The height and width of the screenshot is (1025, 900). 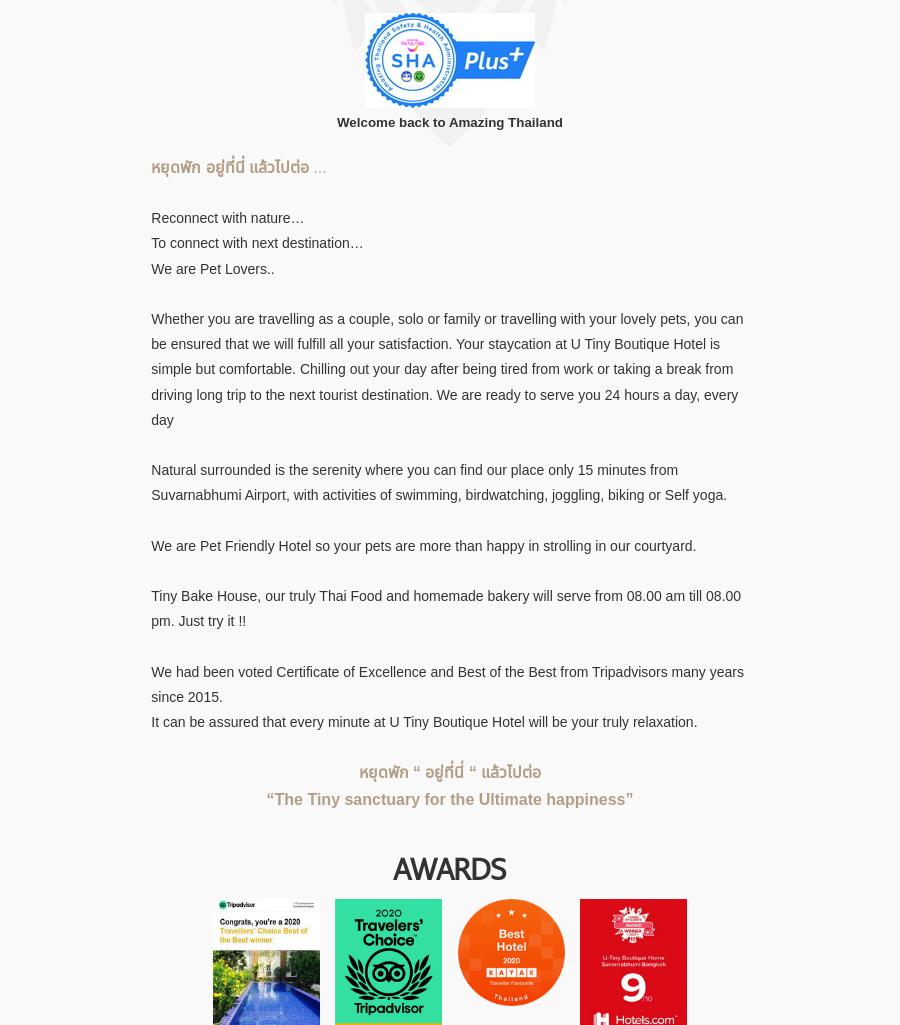 I want to click on 'Welcome back to Amazing Thailand', so click(x=449, y=122).